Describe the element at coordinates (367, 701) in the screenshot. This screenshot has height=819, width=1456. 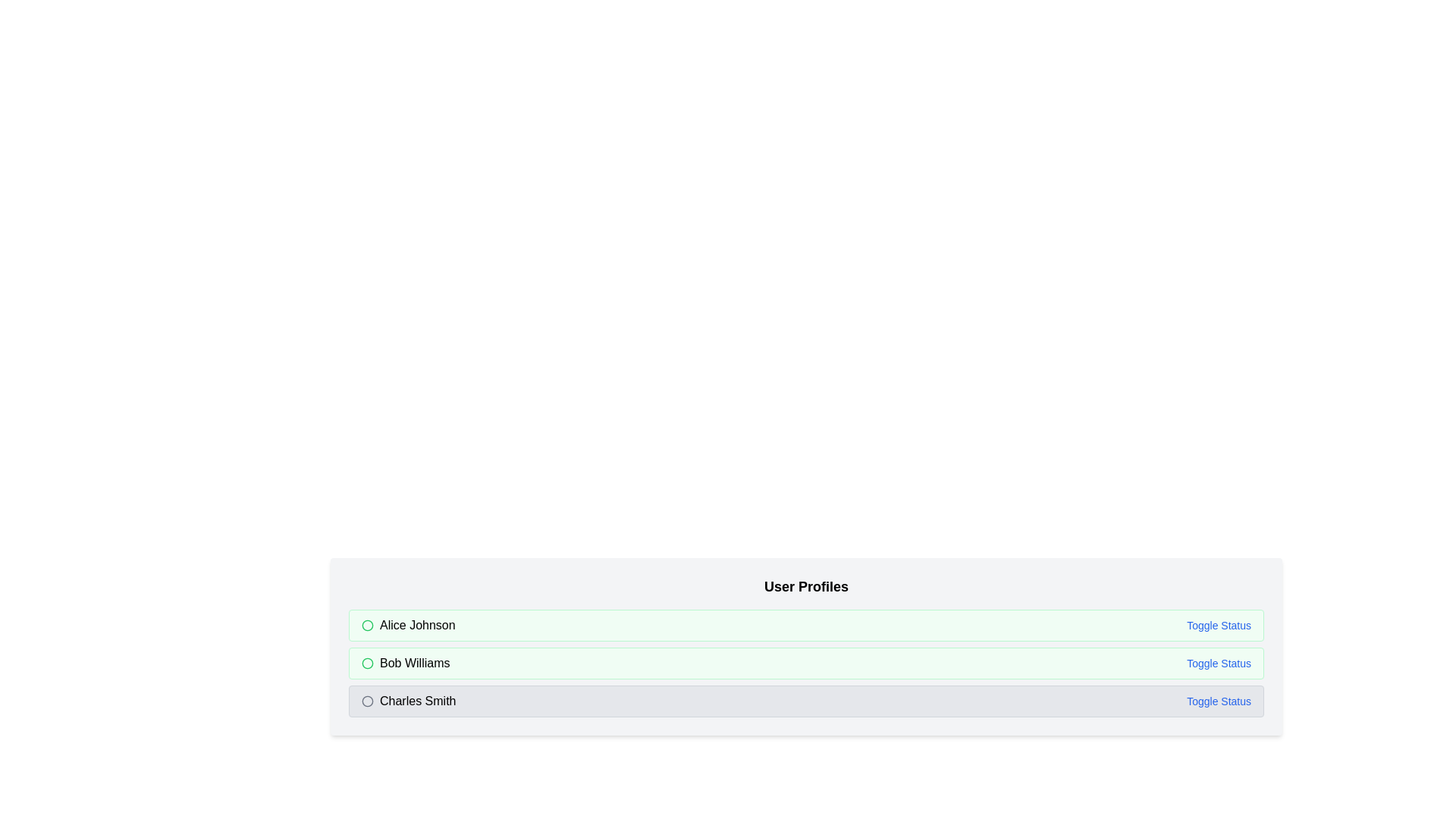
I see `the Status Indicator associated with the entry 'Charles Smith', which is the third circular icon in the vertical list of user profiles` at that location.